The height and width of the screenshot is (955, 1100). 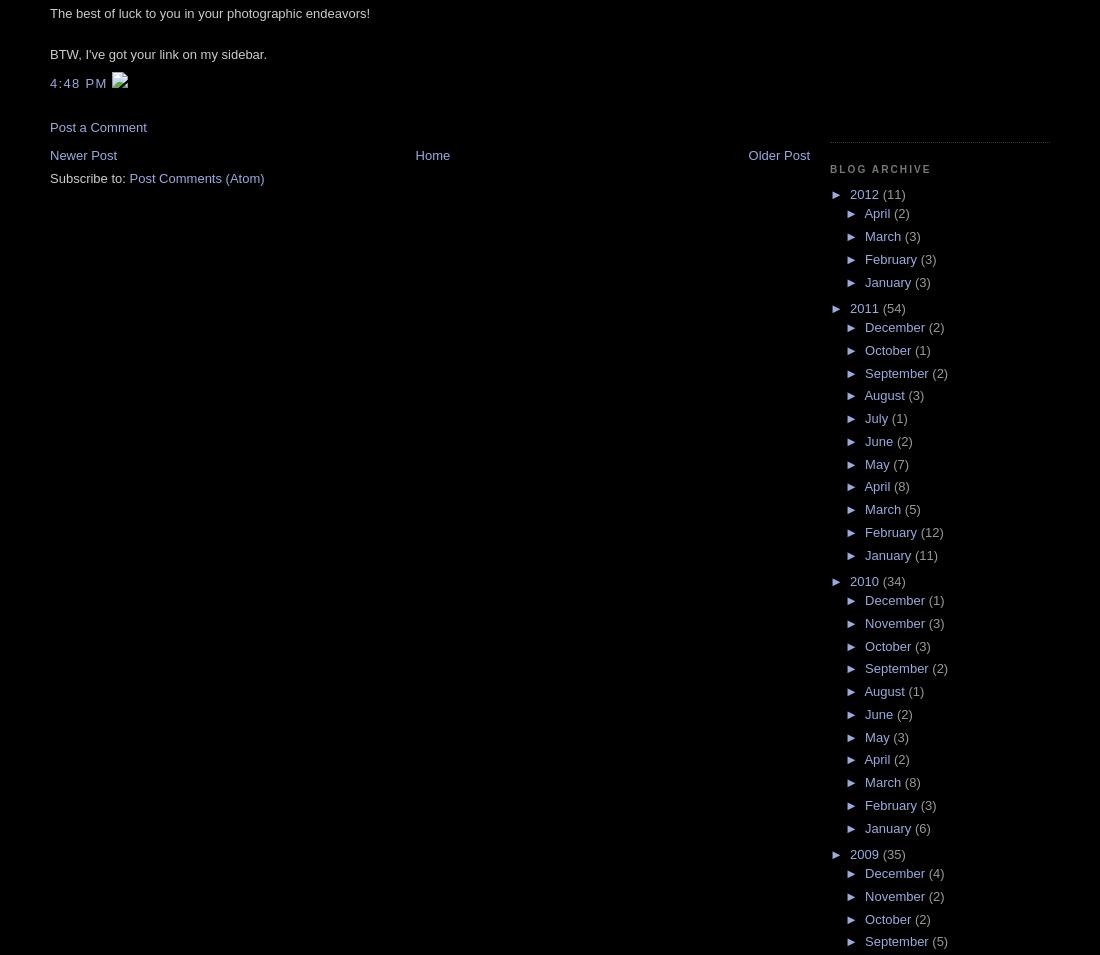 What do you see at coordinates (195, 177) in the screenshot?
I see `'Post Comments (Atom)'` at bounding box center [195, 177].